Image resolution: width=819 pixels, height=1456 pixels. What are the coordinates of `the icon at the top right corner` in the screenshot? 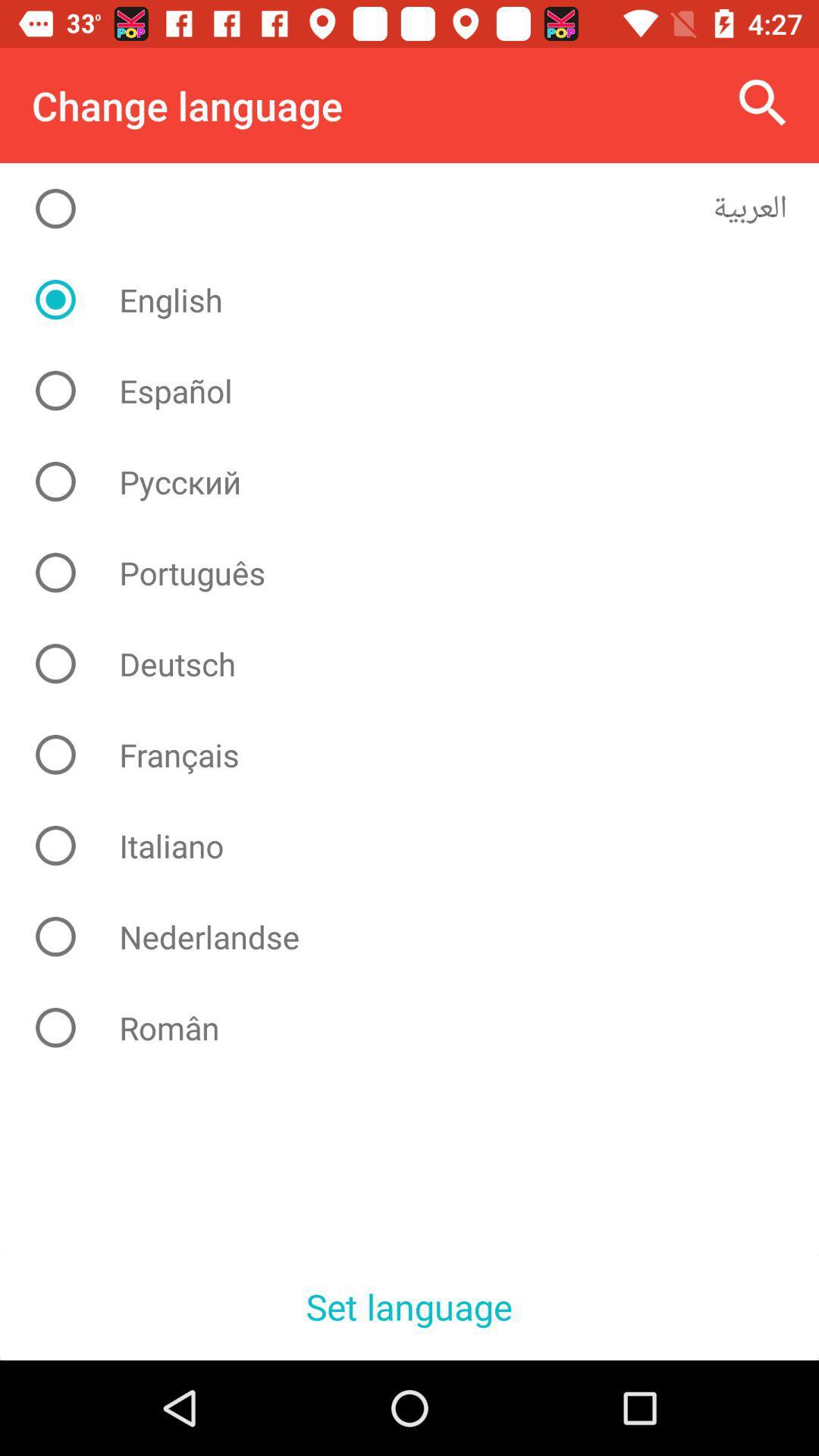 It's located at (763, 102).